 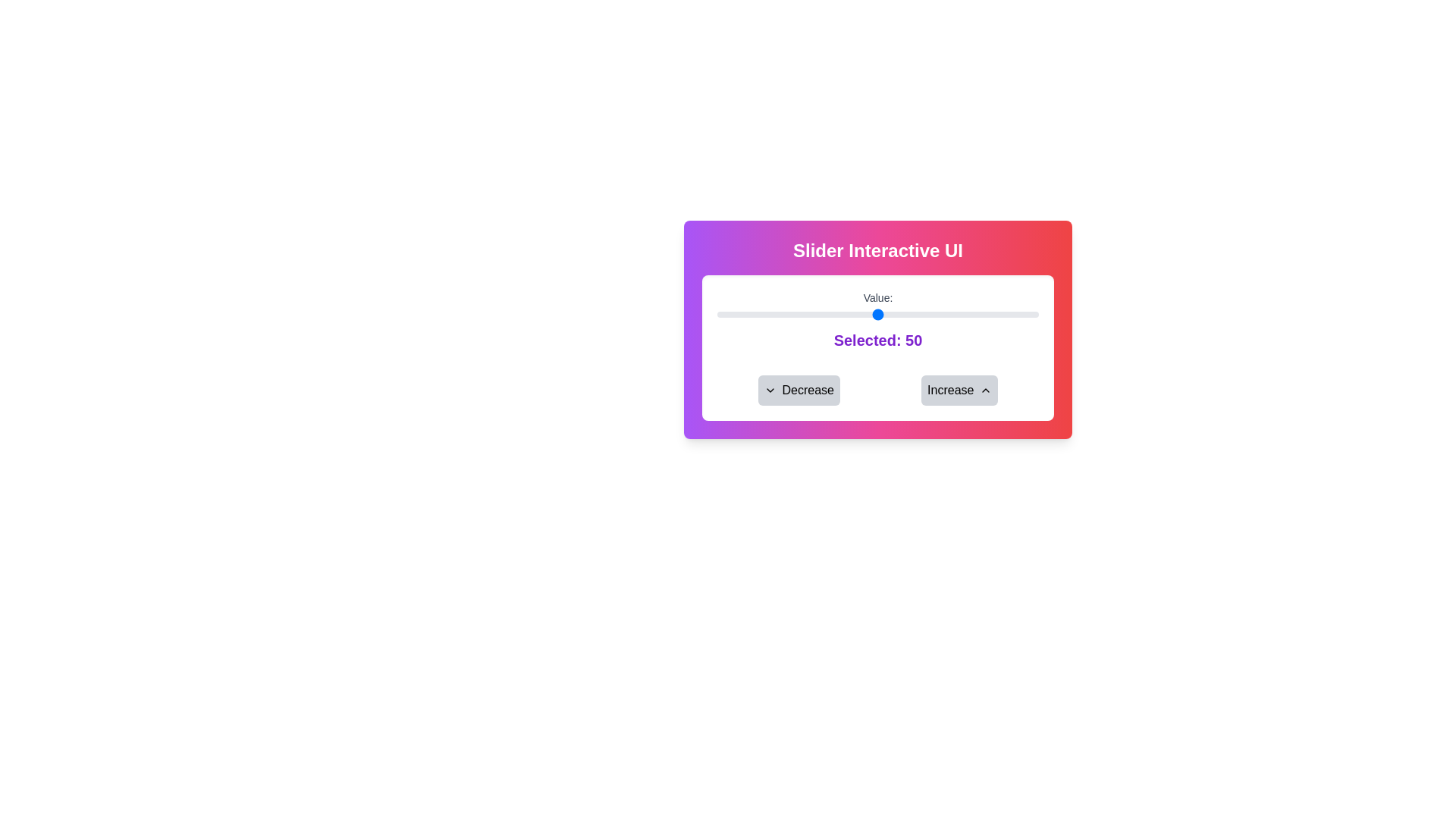 I want to click on the slider value, so click(x=897, y=314).